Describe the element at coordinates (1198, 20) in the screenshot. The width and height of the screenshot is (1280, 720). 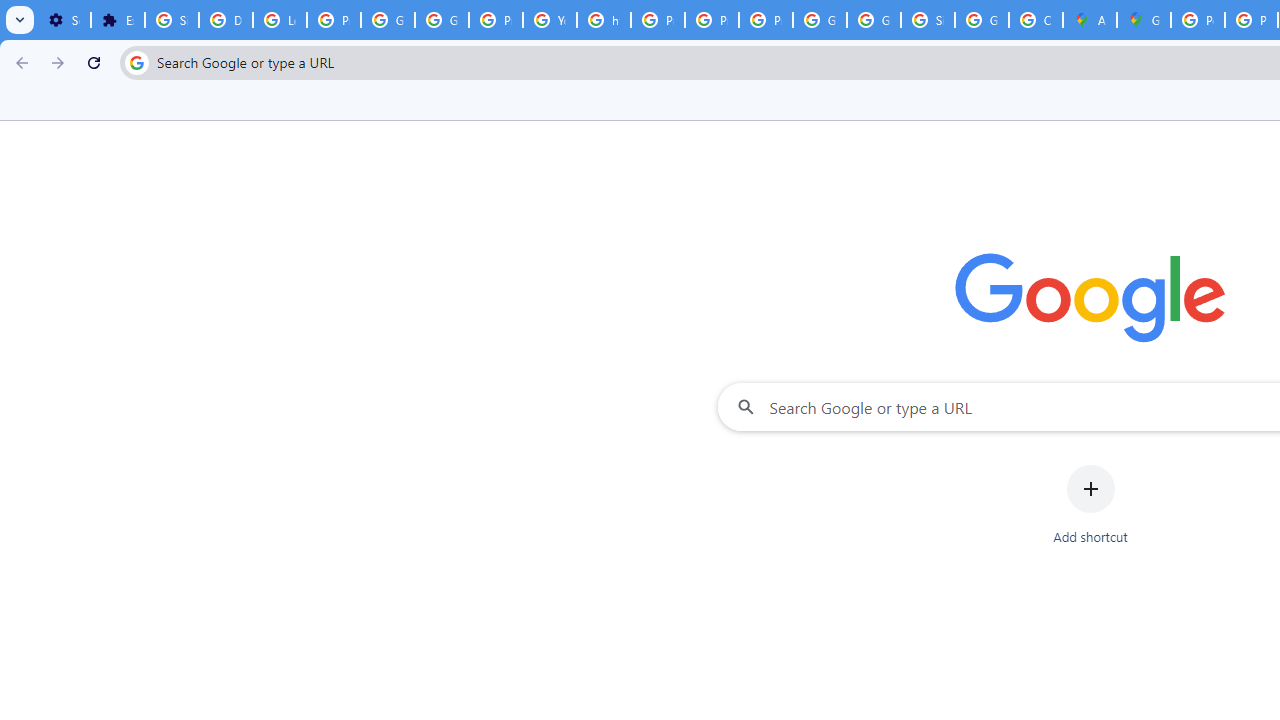
I see `'Policy Accountability and Transparency - Transparency Center'` at that location.